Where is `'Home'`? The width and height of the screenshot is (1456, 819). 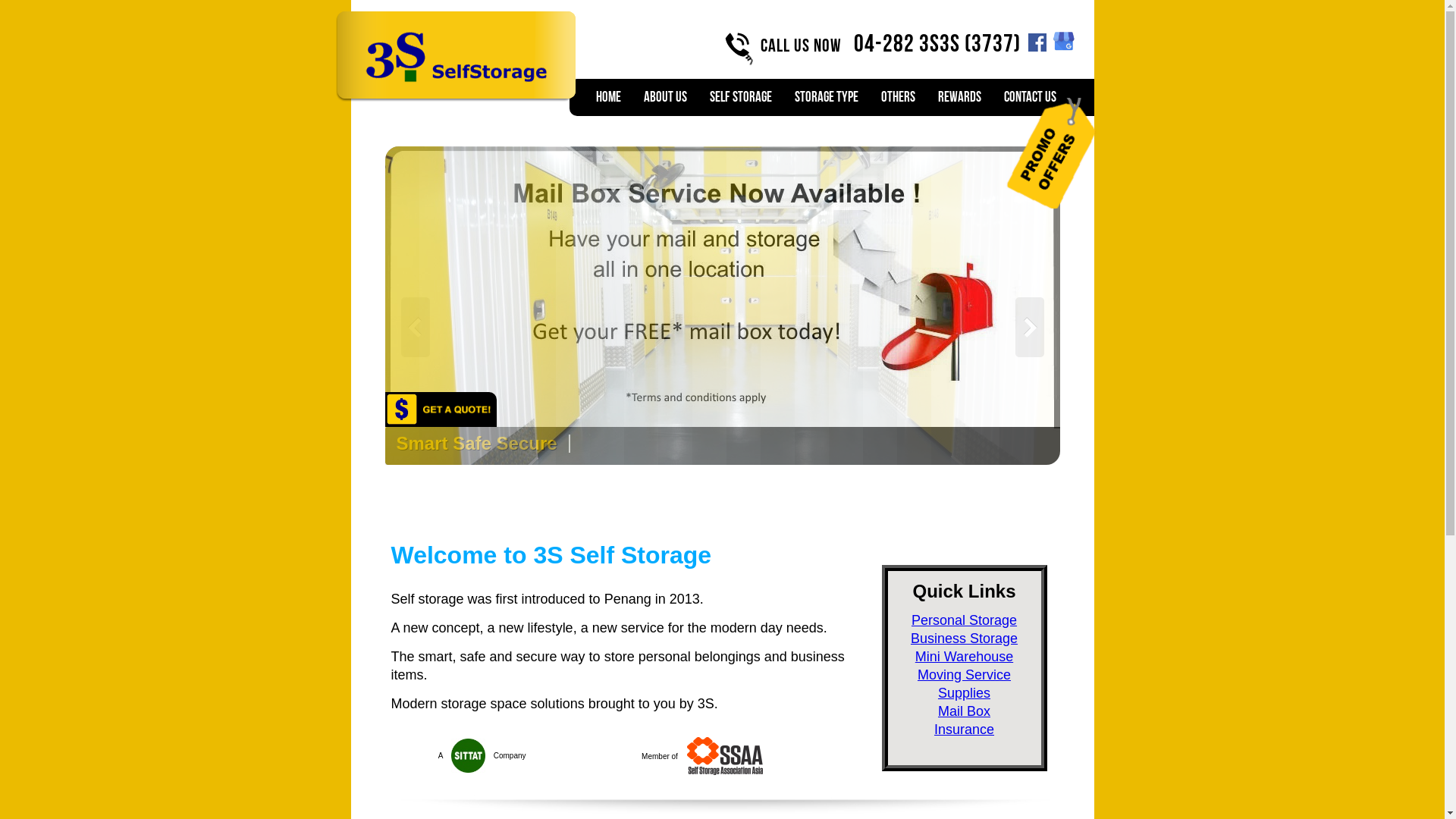 'Home' is located at coordinates (608, 97).